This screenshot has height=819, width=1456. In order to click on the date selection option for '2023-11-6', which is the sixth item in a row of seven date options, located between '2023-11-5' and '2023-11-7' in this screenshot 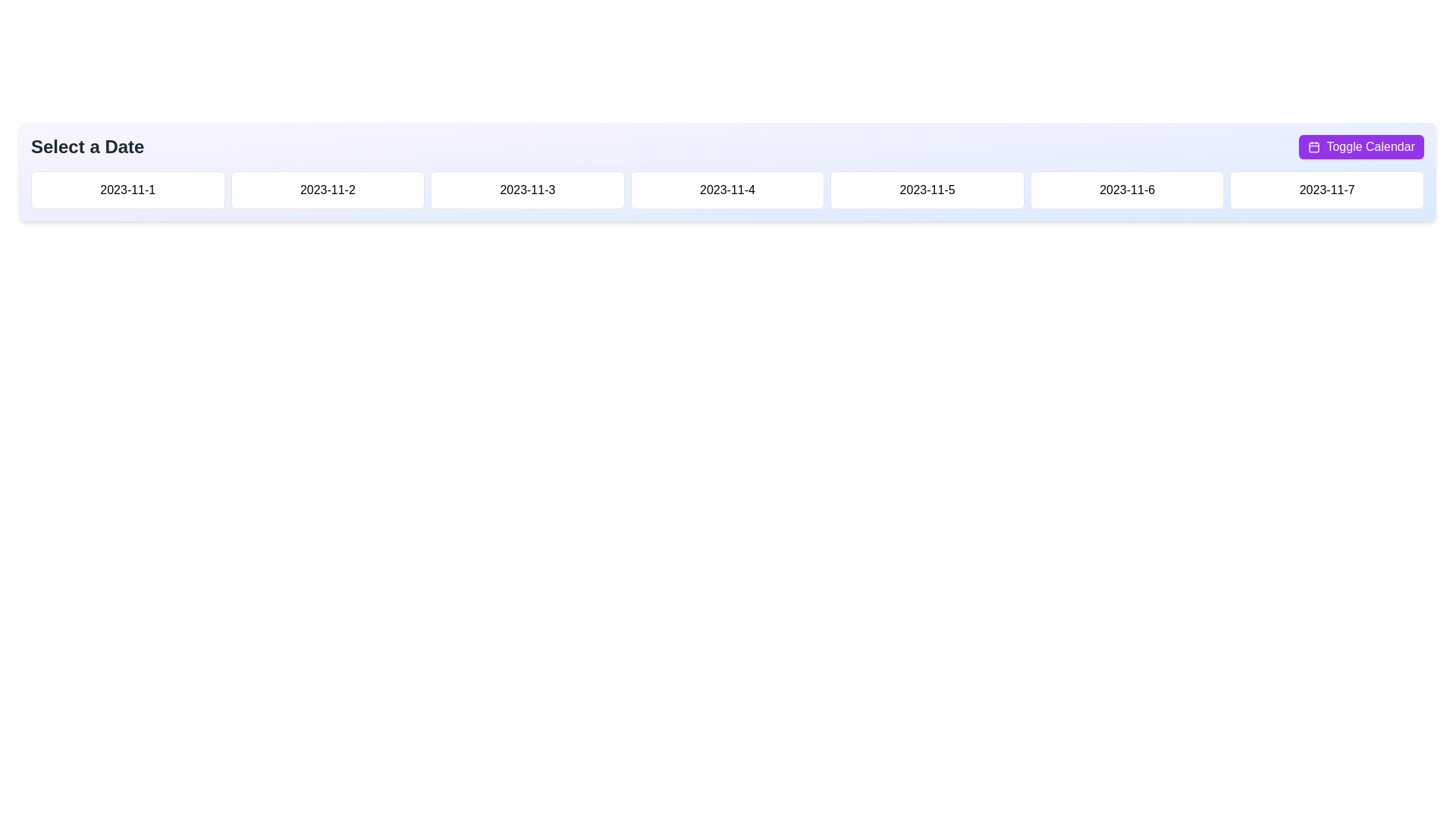, I will do `click(1127, 189)`.